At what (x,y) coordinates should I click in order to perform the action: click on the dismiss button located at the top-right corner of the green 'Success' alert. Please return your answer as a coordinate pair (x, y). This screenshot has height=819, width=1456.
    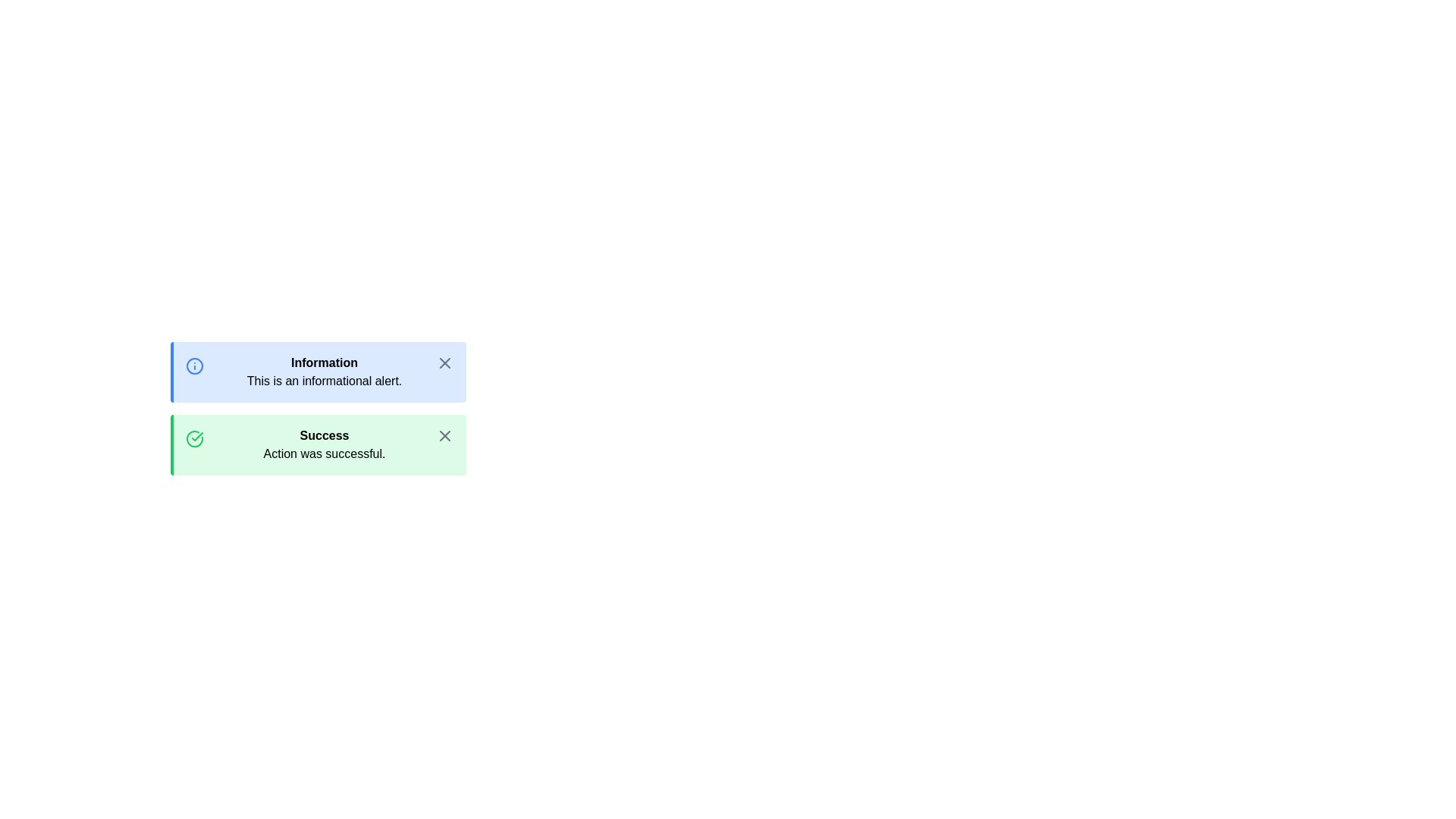
    Looking at the image, I should click on (444, 435).